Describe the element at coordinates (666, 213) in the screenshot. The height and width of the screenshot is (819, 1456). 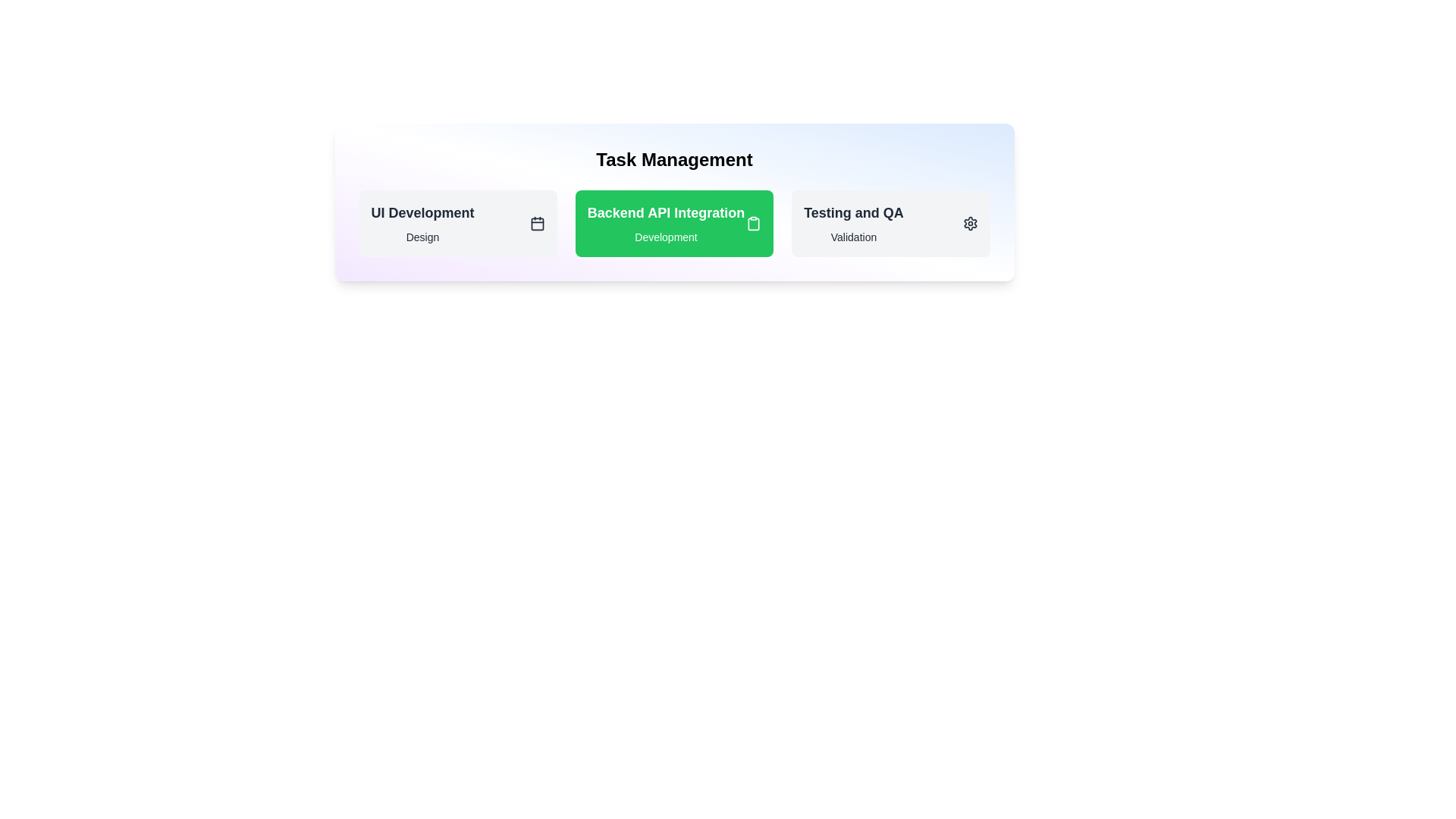
I see `the task details for the task with title 'Backend API Integration'` at that location.